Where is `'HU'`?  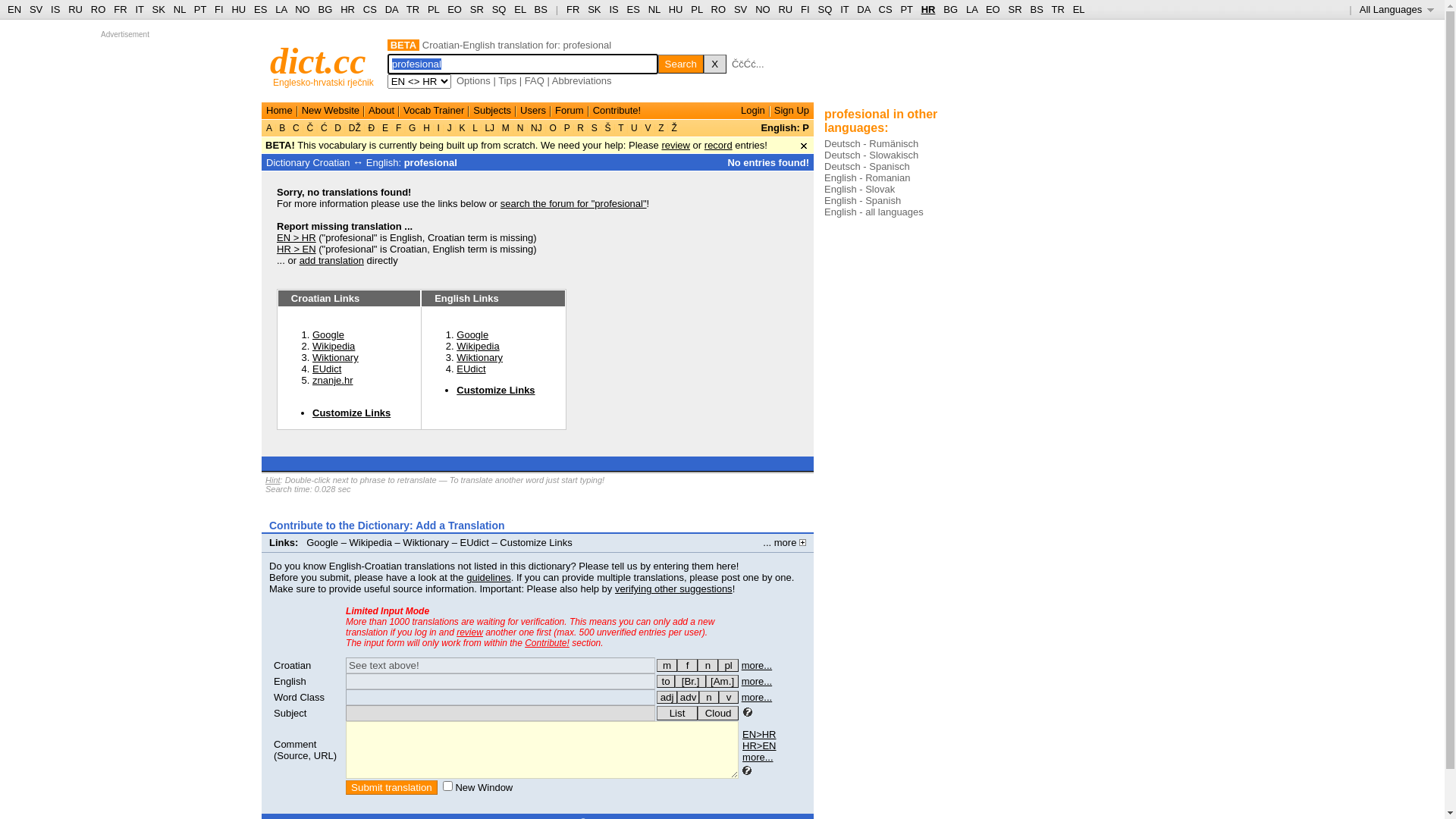
'HU' is located at coordinates (675, 9).